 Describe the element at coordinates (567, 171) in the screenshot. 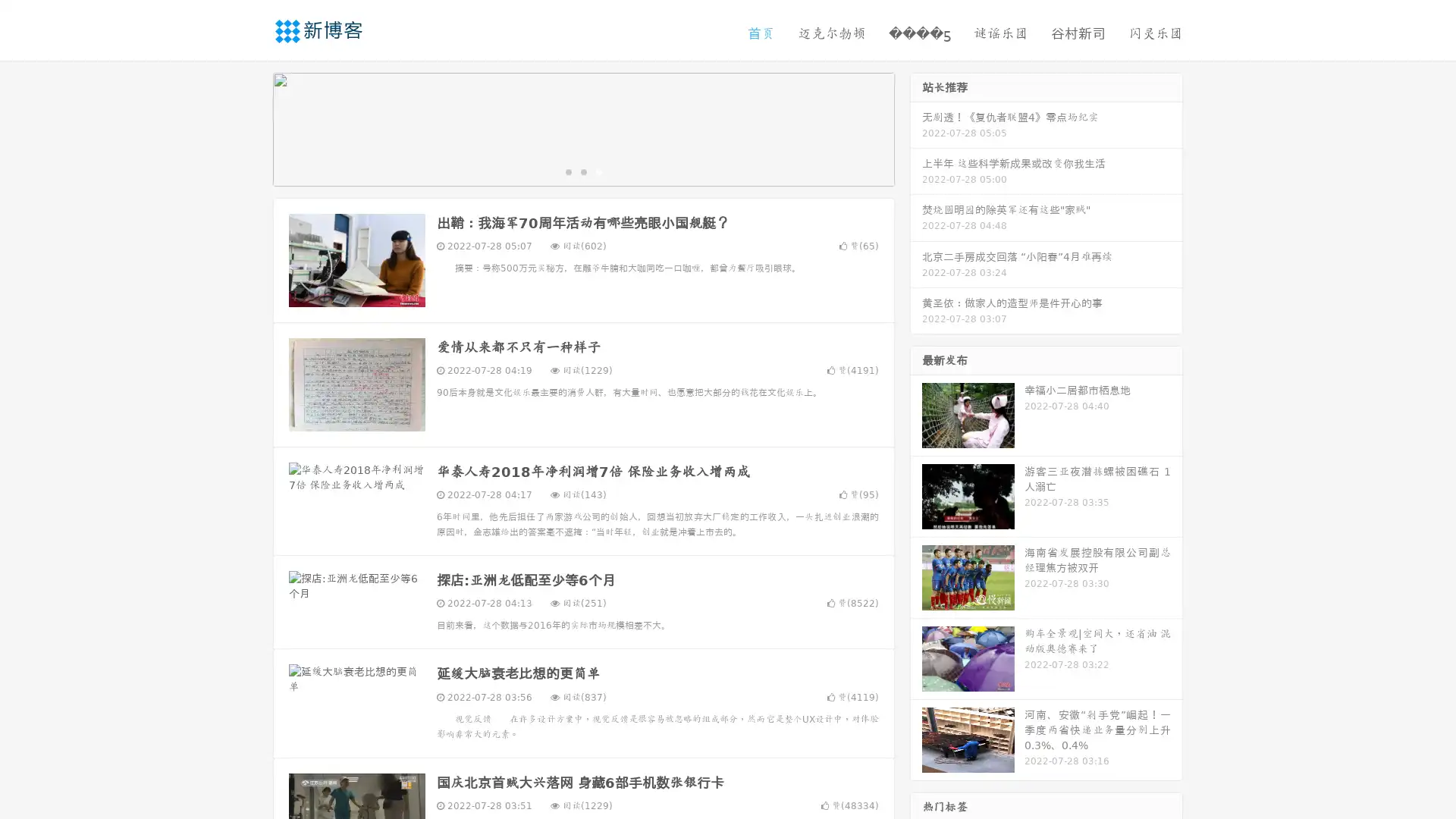

I see `Go to slide 1` at that location.